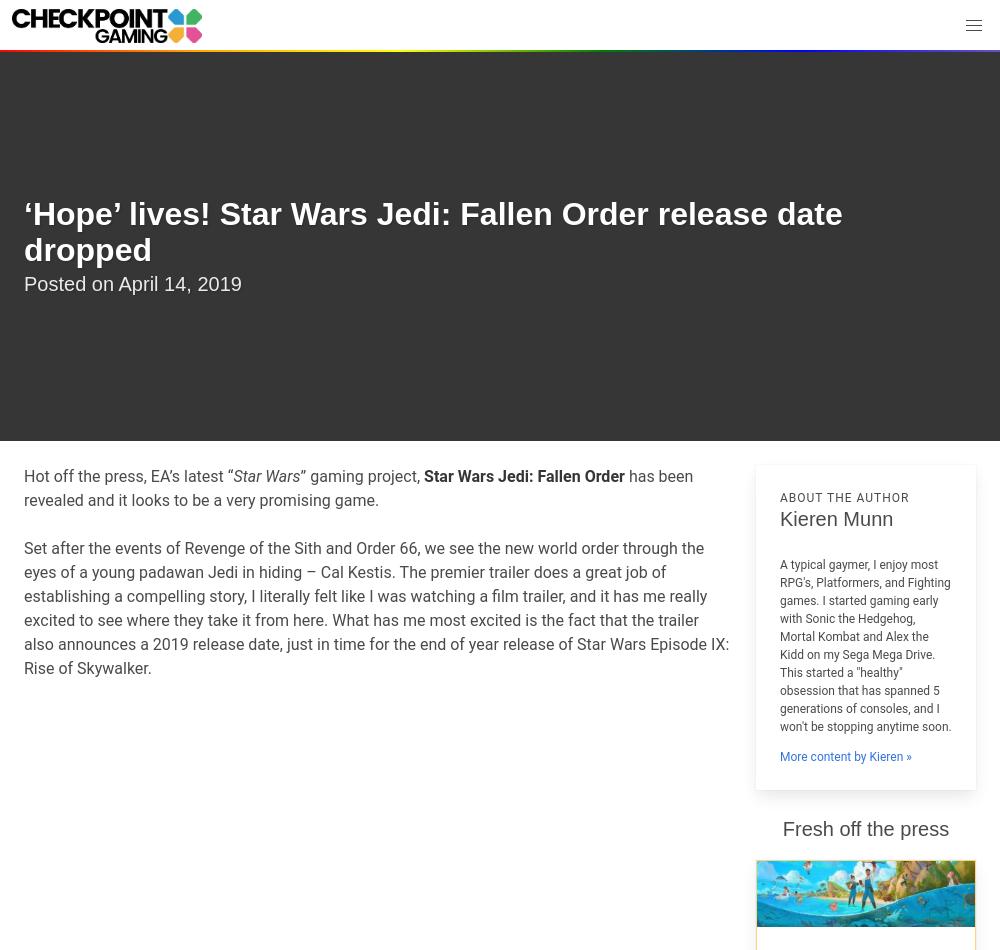 Image resolution: width=1000 pixels, height=950 pixels. I want to click on 'has been revealed and it looks to be a very promising game.', so click(357, 488).